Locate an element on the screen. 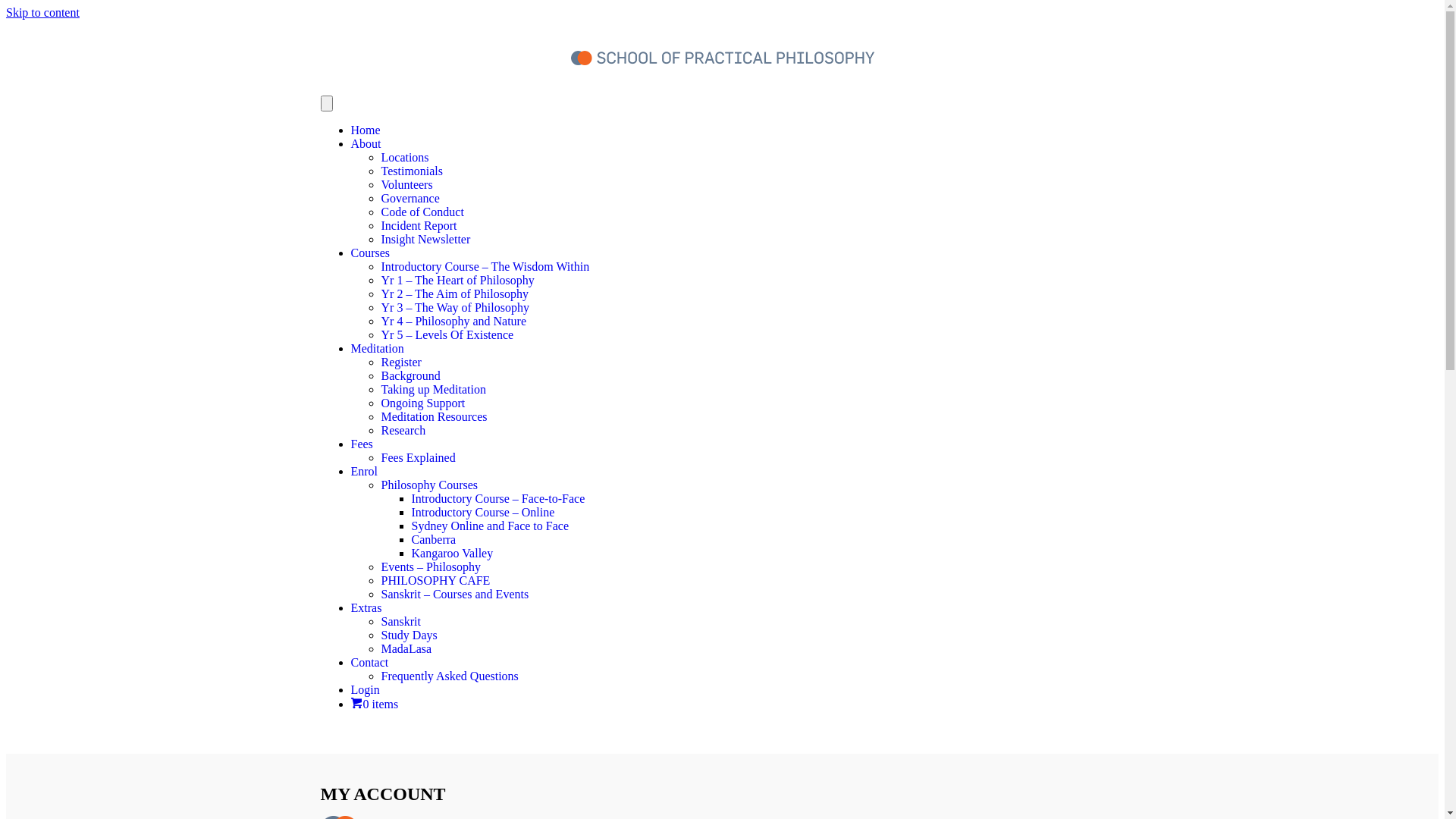 This screenshot has height=819, width=1456. 'Frequently Asked Questions' is located at coordinates (448, 675).